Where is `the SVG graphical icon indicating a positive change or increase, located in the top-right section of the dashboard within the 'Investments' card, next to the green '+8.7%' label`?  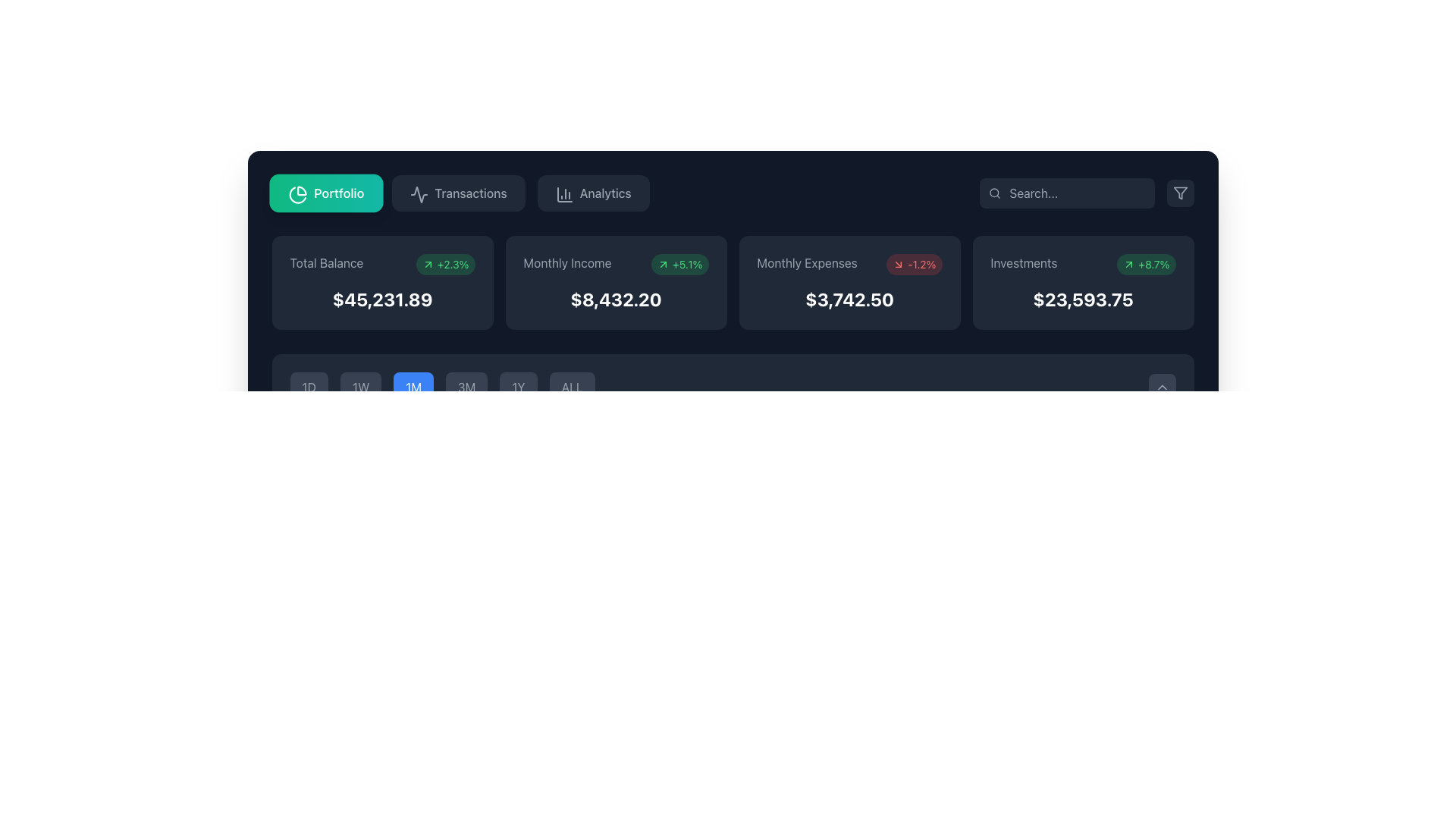 the SVG graphical icon indicating a positive change or increase, located in the top-right section of the dashboard within the 'Investments' card, next to the green '+8.7%' label is located at coordinates (1129, 263).